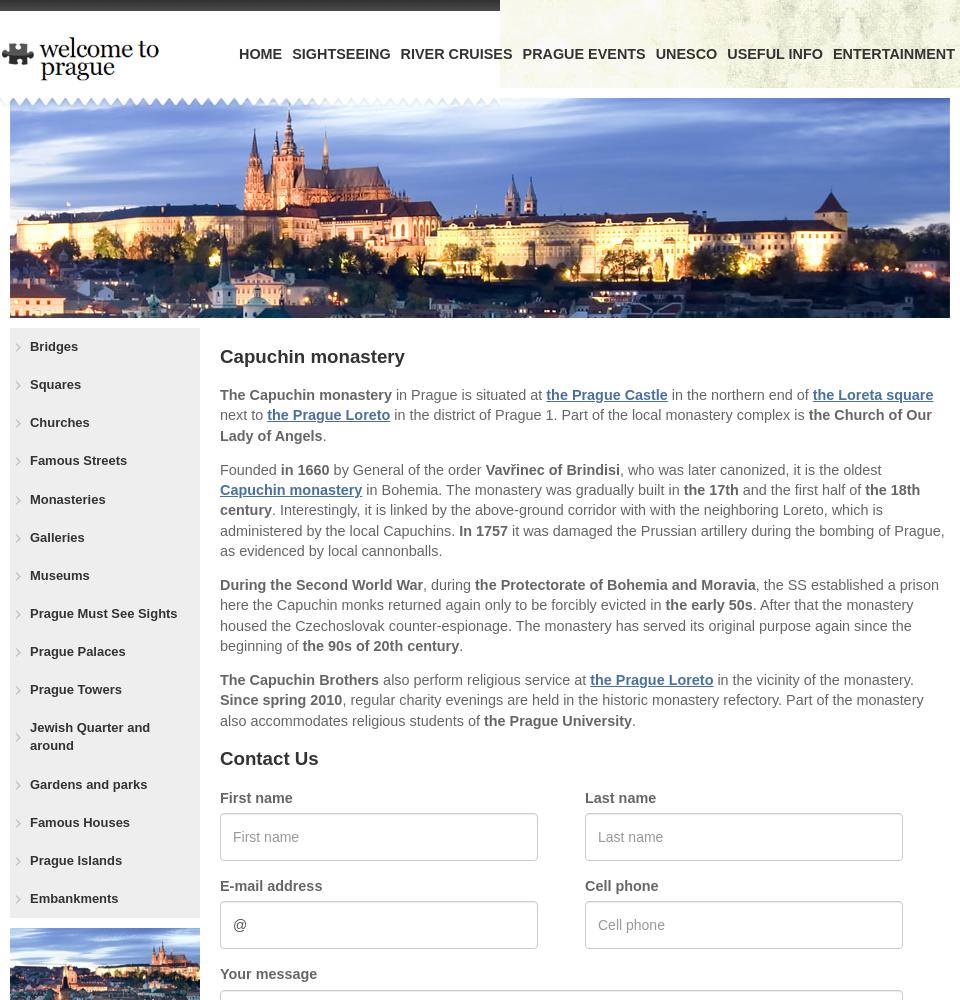  Describe the element at coordinates (28, 384) in the screenshot. I see `'Squares'` at that location.